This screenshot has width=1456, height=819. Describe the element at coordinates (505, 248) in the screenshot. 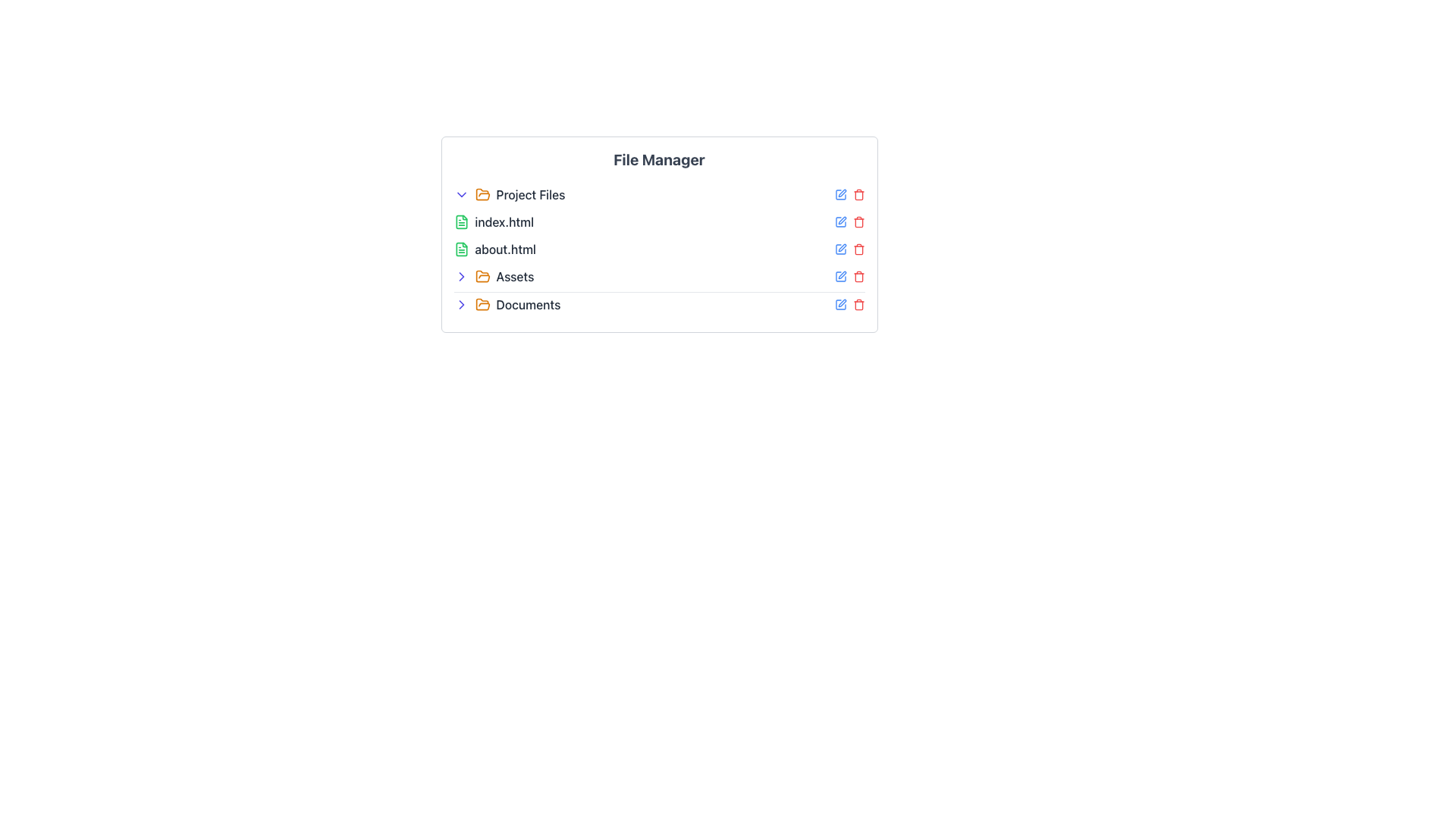

I see `text from the Text Label displaying 'about.html' in the file listing interface, which is styled in medium font weight and dark gray color` at that location.